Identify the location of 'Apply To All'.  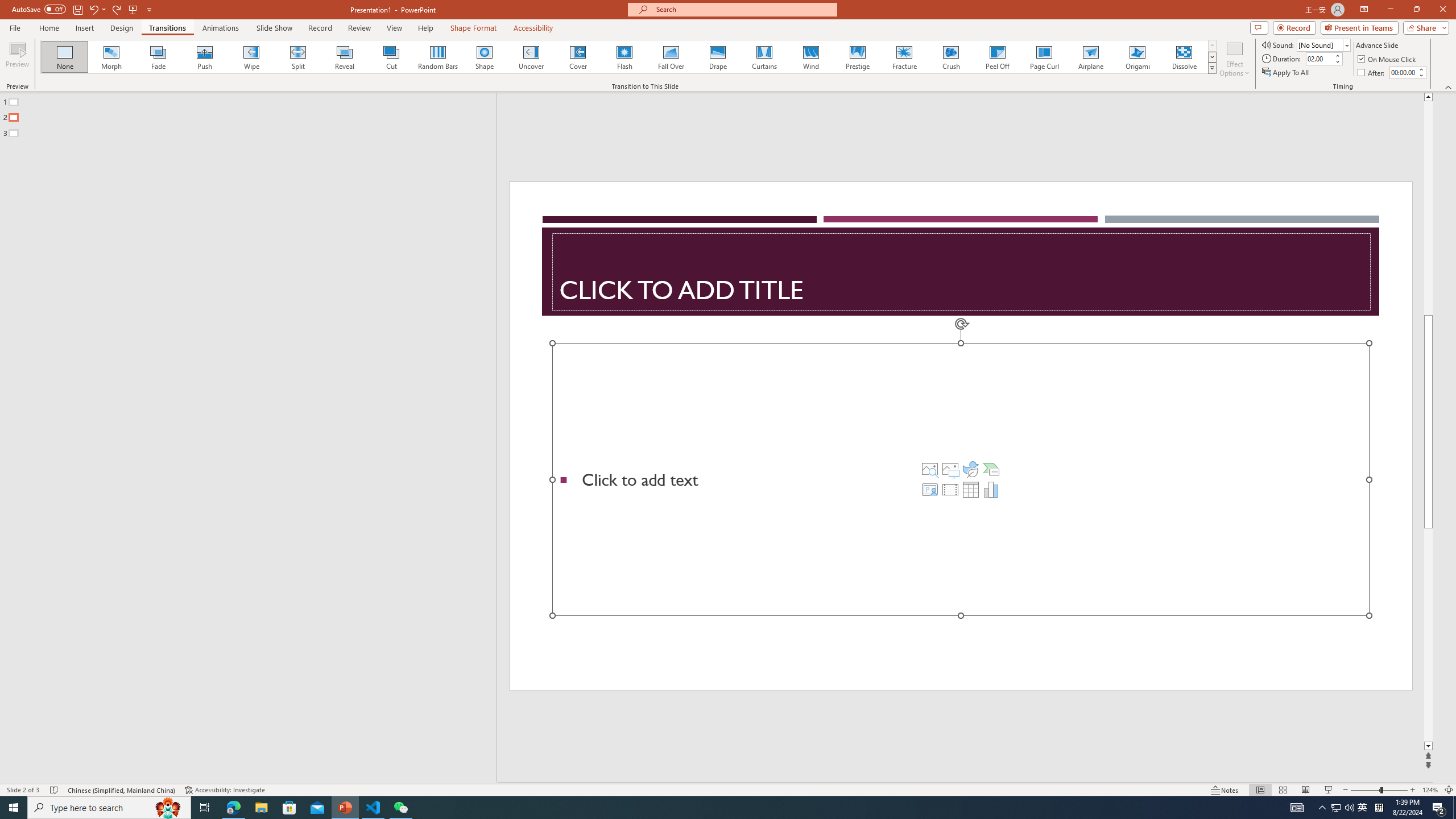
(1287, 72).